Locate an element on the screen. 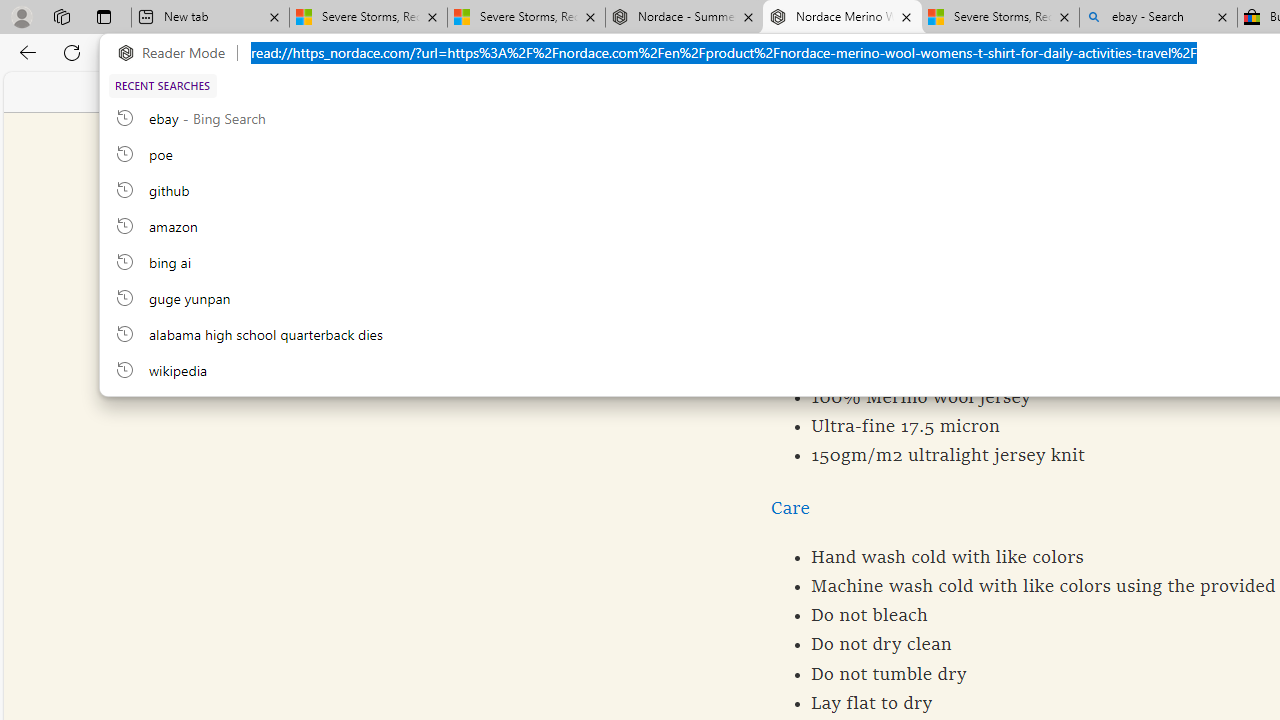  'Care' is located at coordinates (789, 507).